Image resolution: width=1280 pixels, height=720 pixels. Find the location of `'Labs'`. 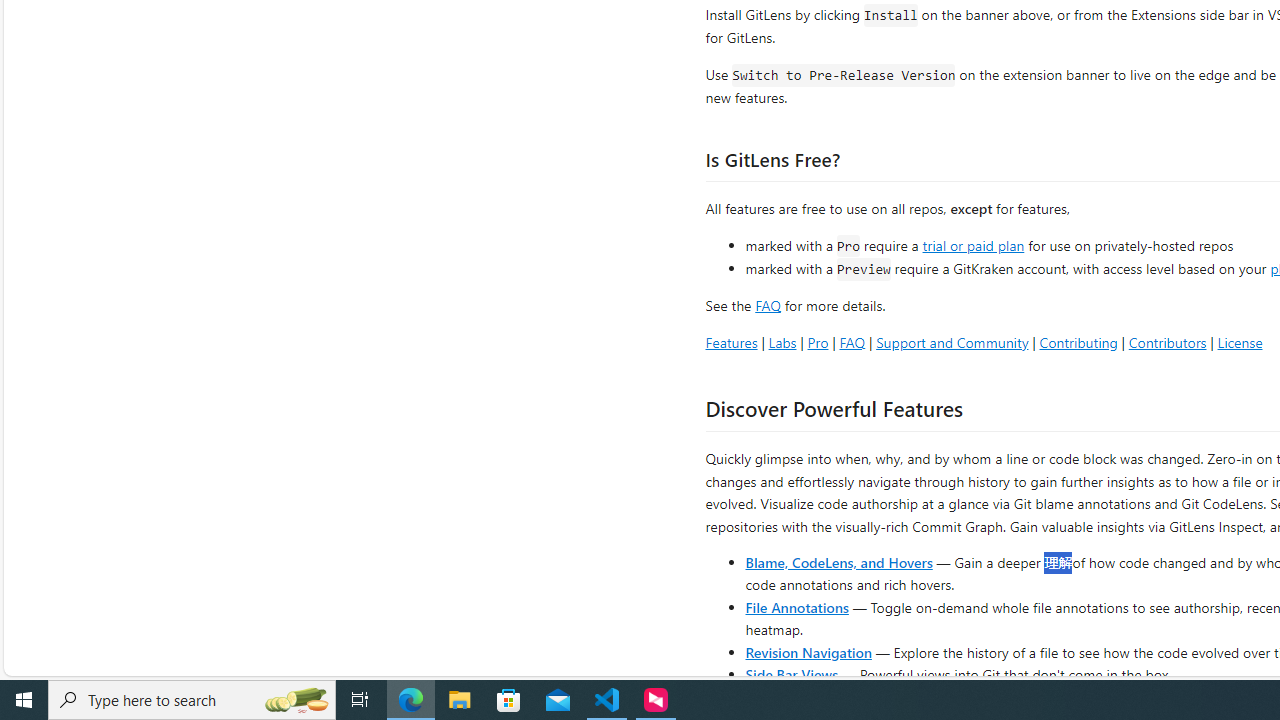

'Labs' is located at coordinates (781, 341).